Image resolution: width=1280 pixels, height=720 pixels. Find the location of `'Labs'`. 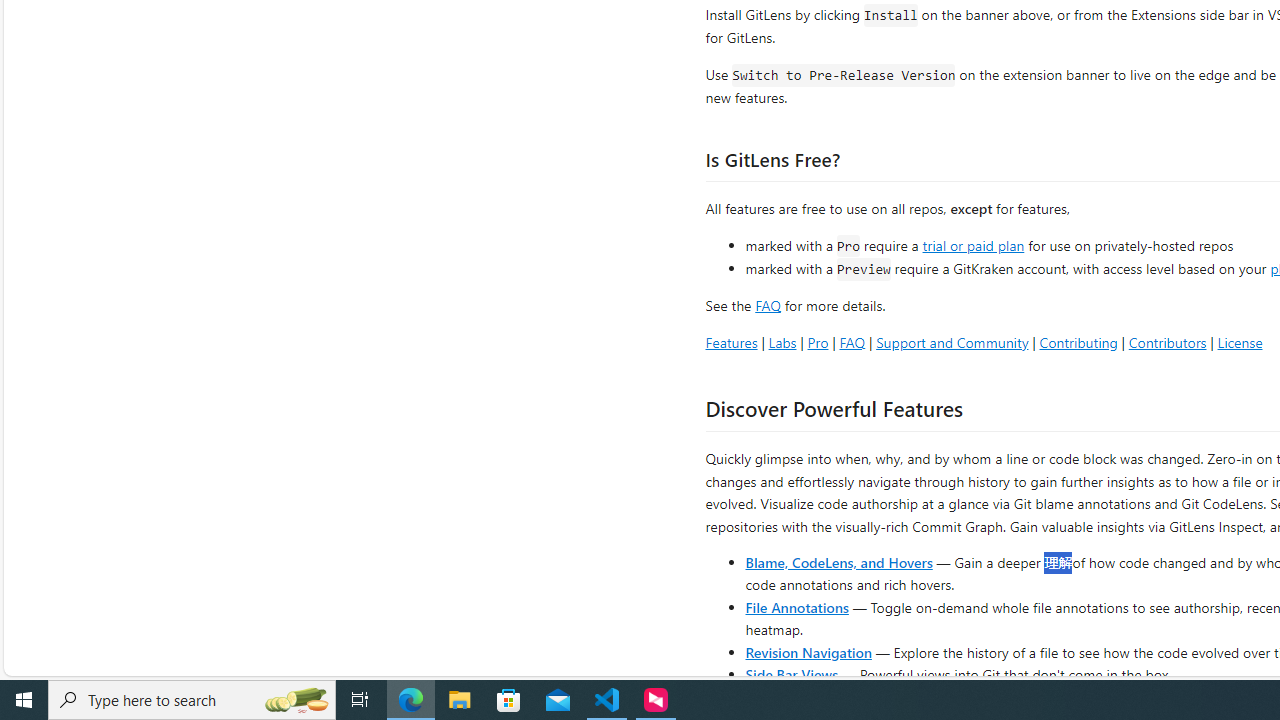

'Labs' is located at coordinates (781, 341).